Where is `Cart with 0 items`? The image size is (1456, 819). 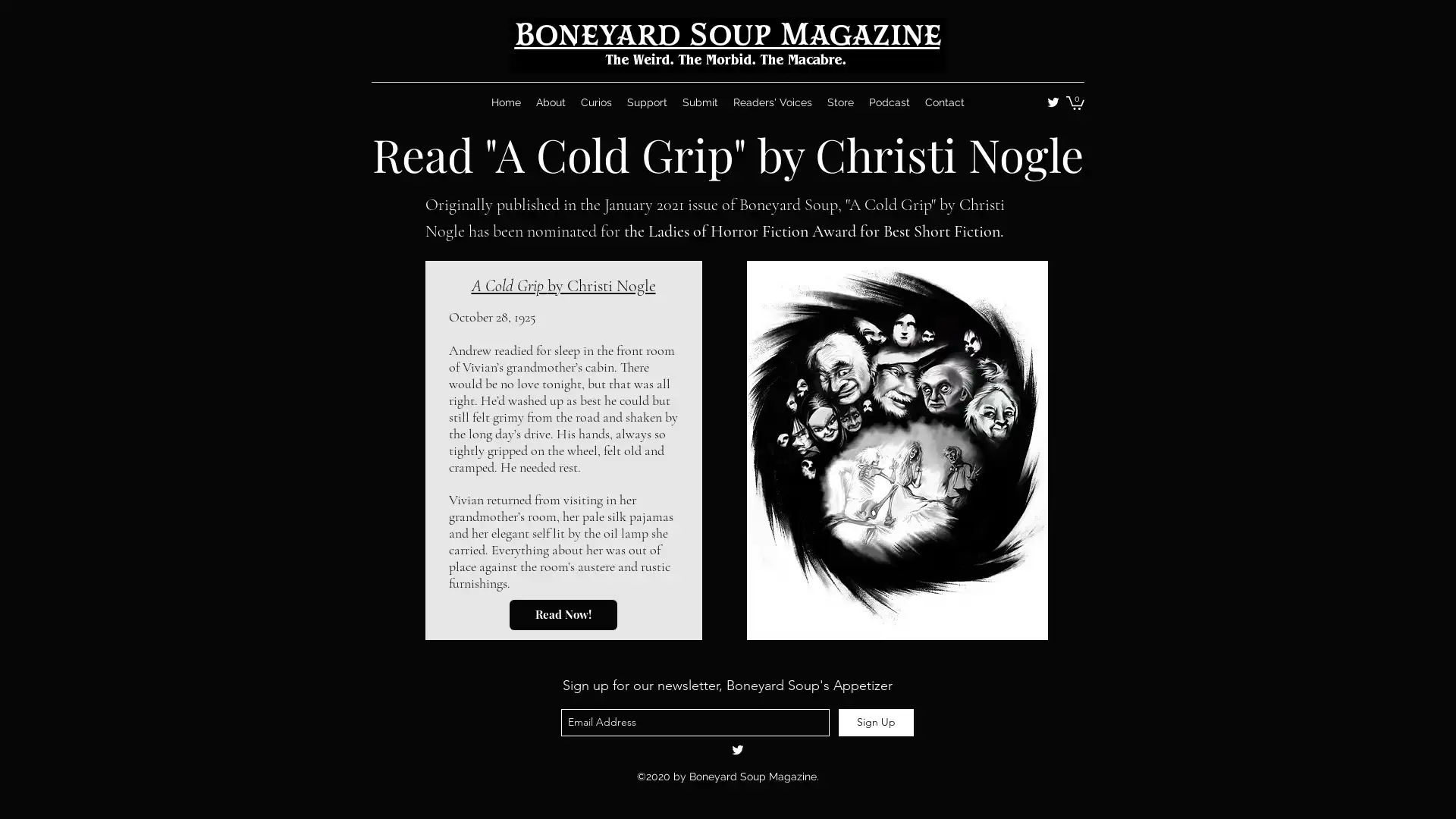
Cart with 0 items is located at coordinates (1074, 102).